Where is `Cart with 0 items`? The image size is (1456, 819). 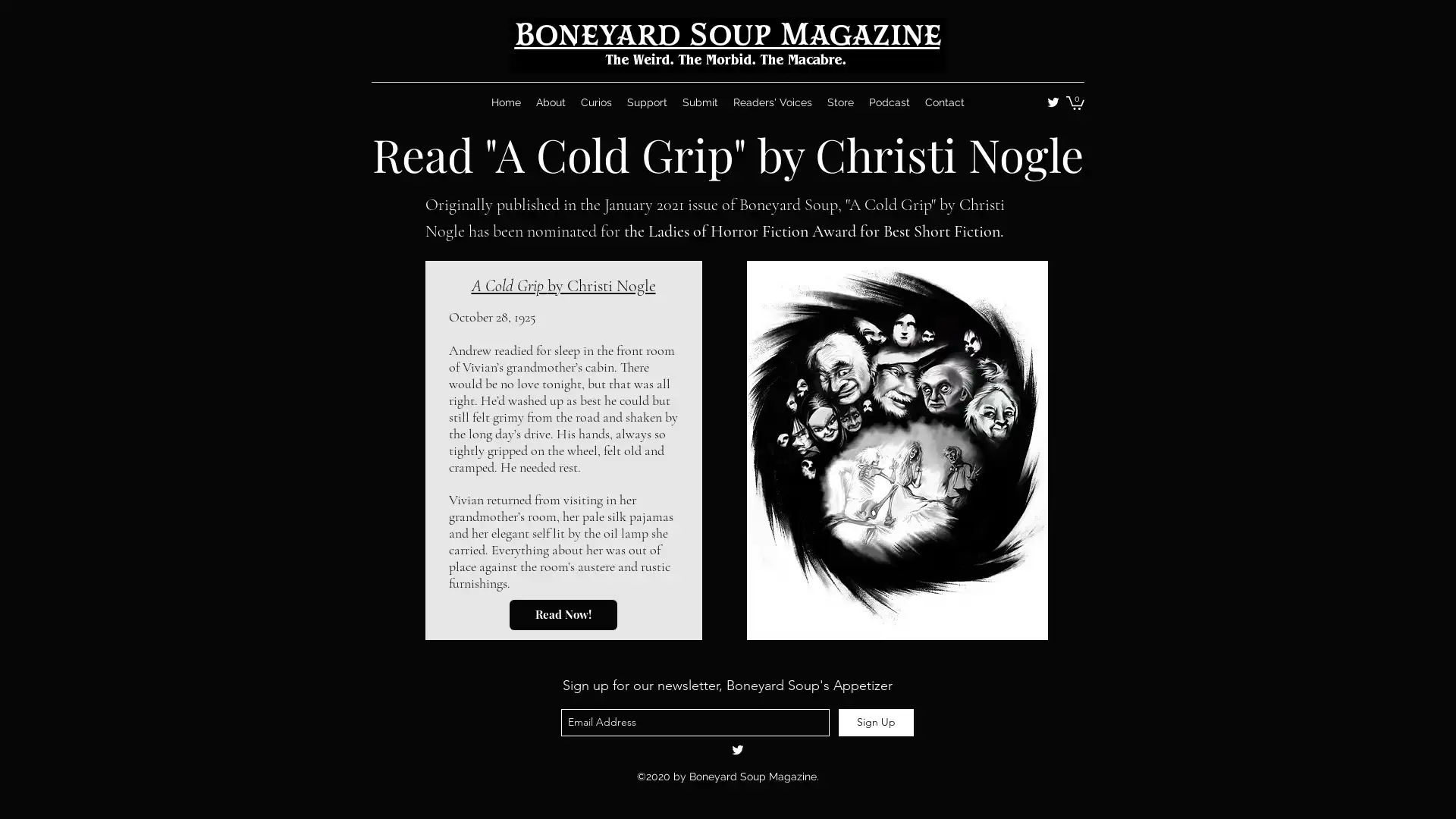
Cart with 0 items is located at coordinates (1074, 102).